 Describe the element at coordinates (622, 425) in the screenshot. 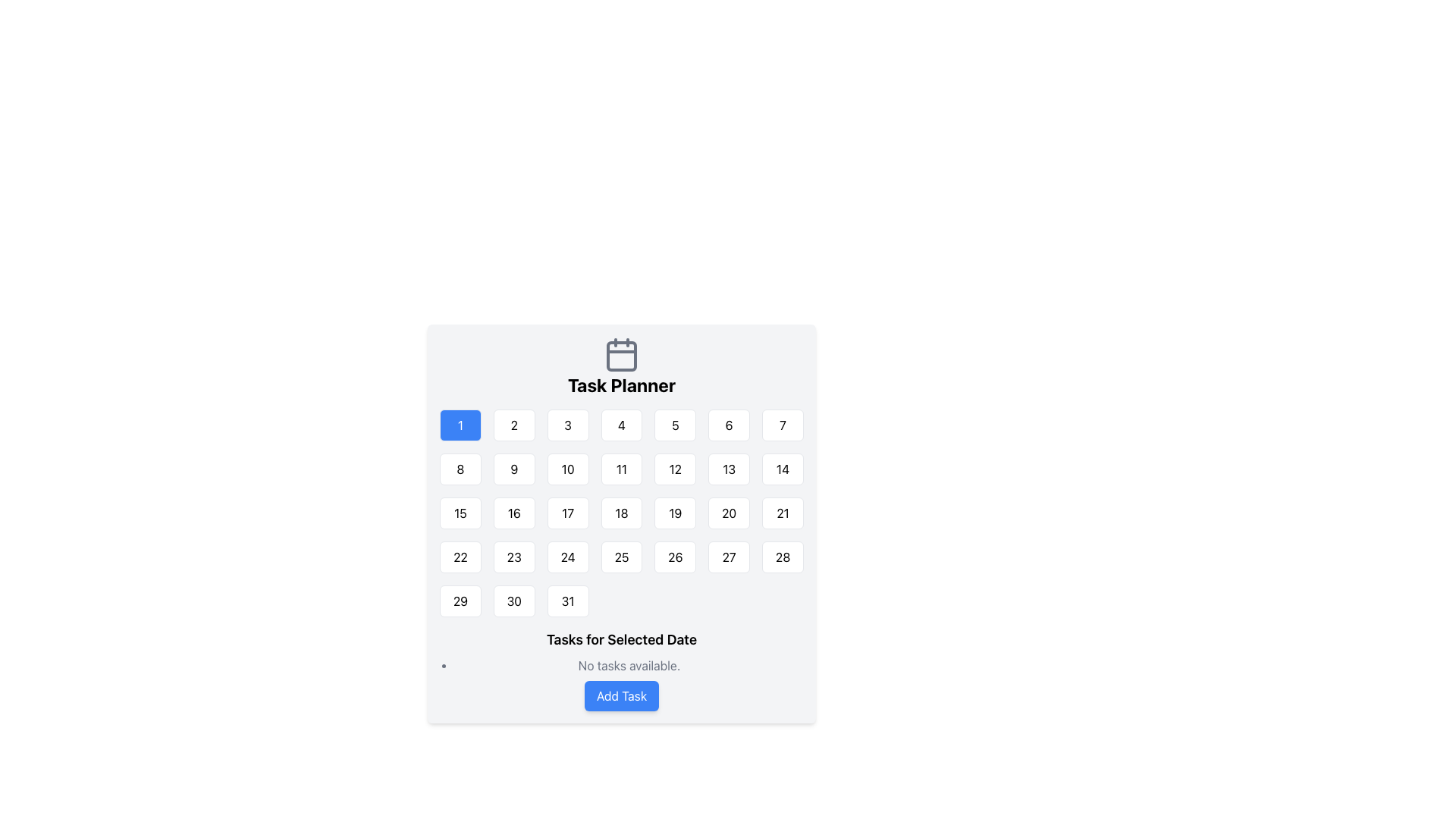

I see `the button that selects a specific day in the calendar, located in the first row, fourth column of the grid, adjacent to '3' on the left and '5' on the right` at that location.